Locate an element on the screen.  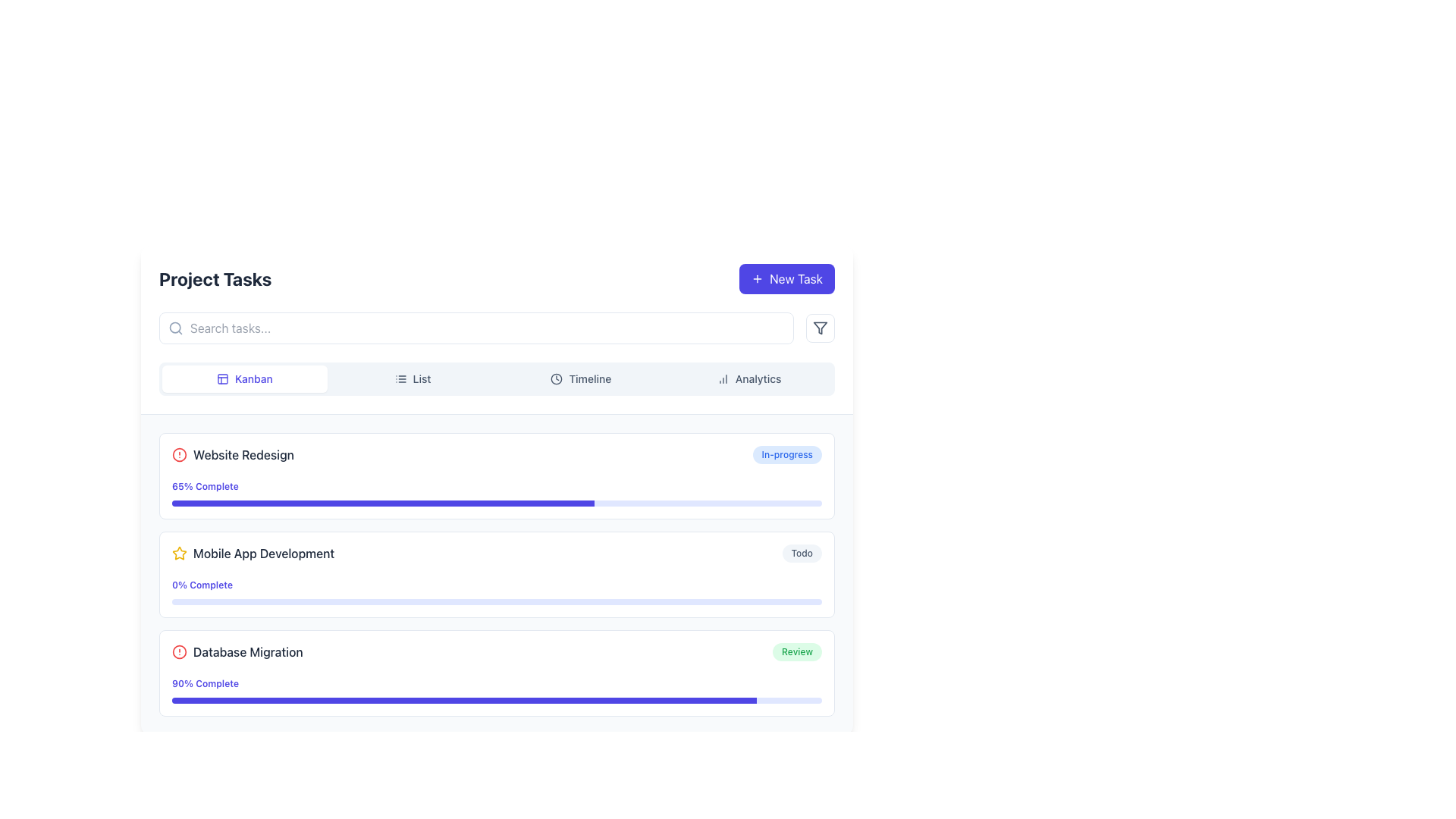
the ProgressBar element that visually represents 65% completion, located below the '65% Complete' label in the first task card labeled 'Website Redesign.' is located at coordinates (497, 503).